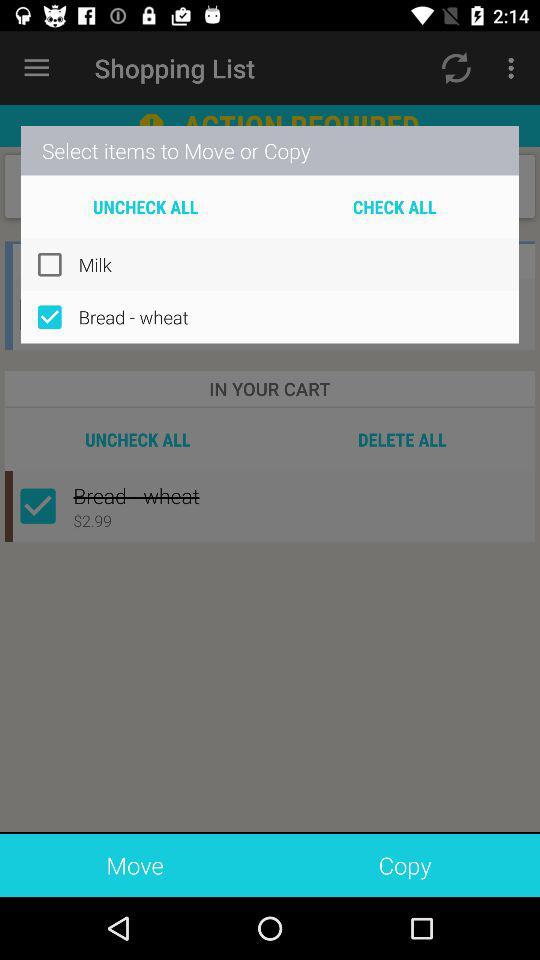 The height and width of the screenshot is (960, 540). Describe the element at coordinates (144, 206) in the screenshot. I see `item below select items to icon` at that location.